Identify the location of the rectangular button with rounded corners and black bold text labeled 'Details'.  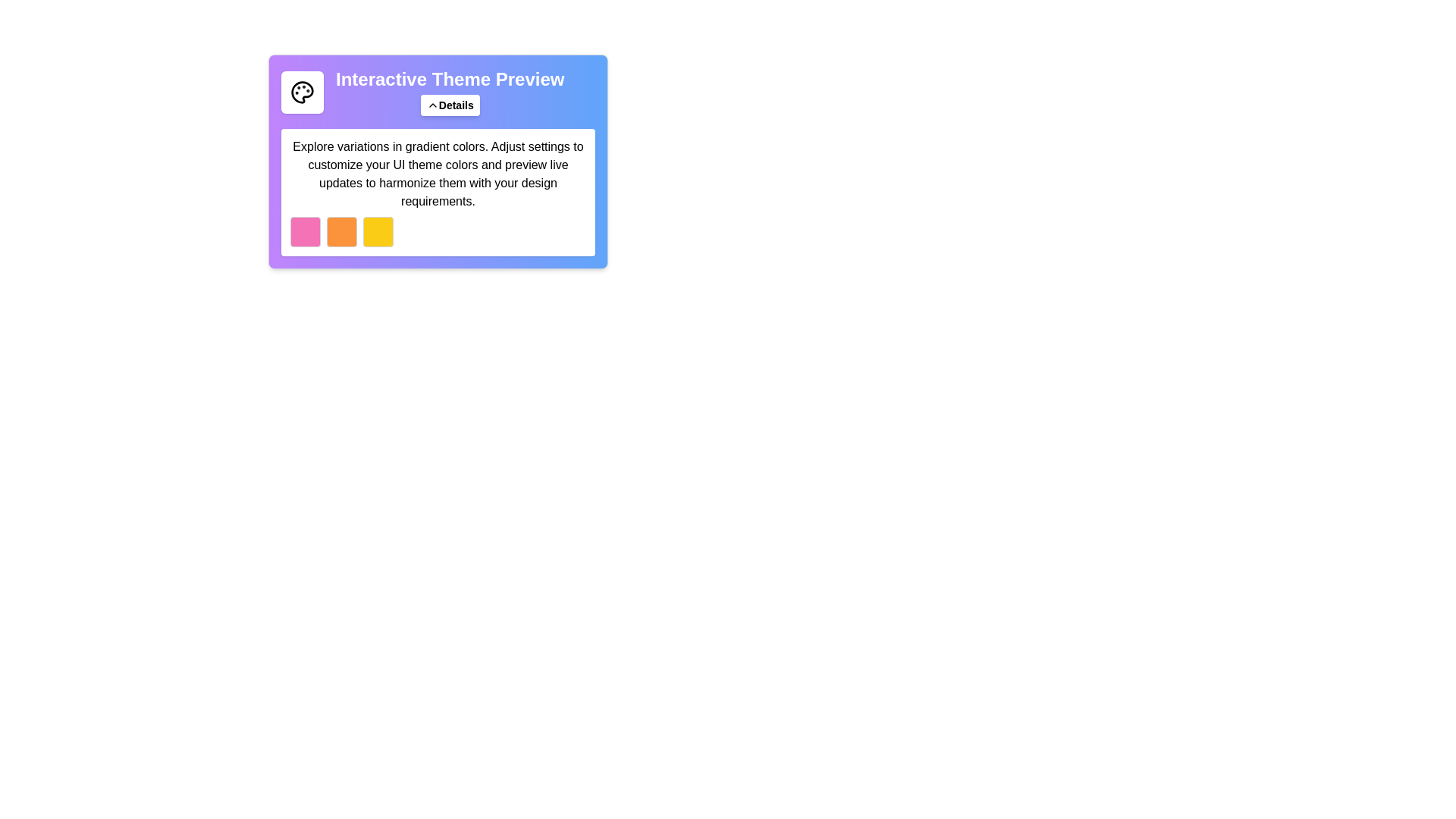
(449, 104).